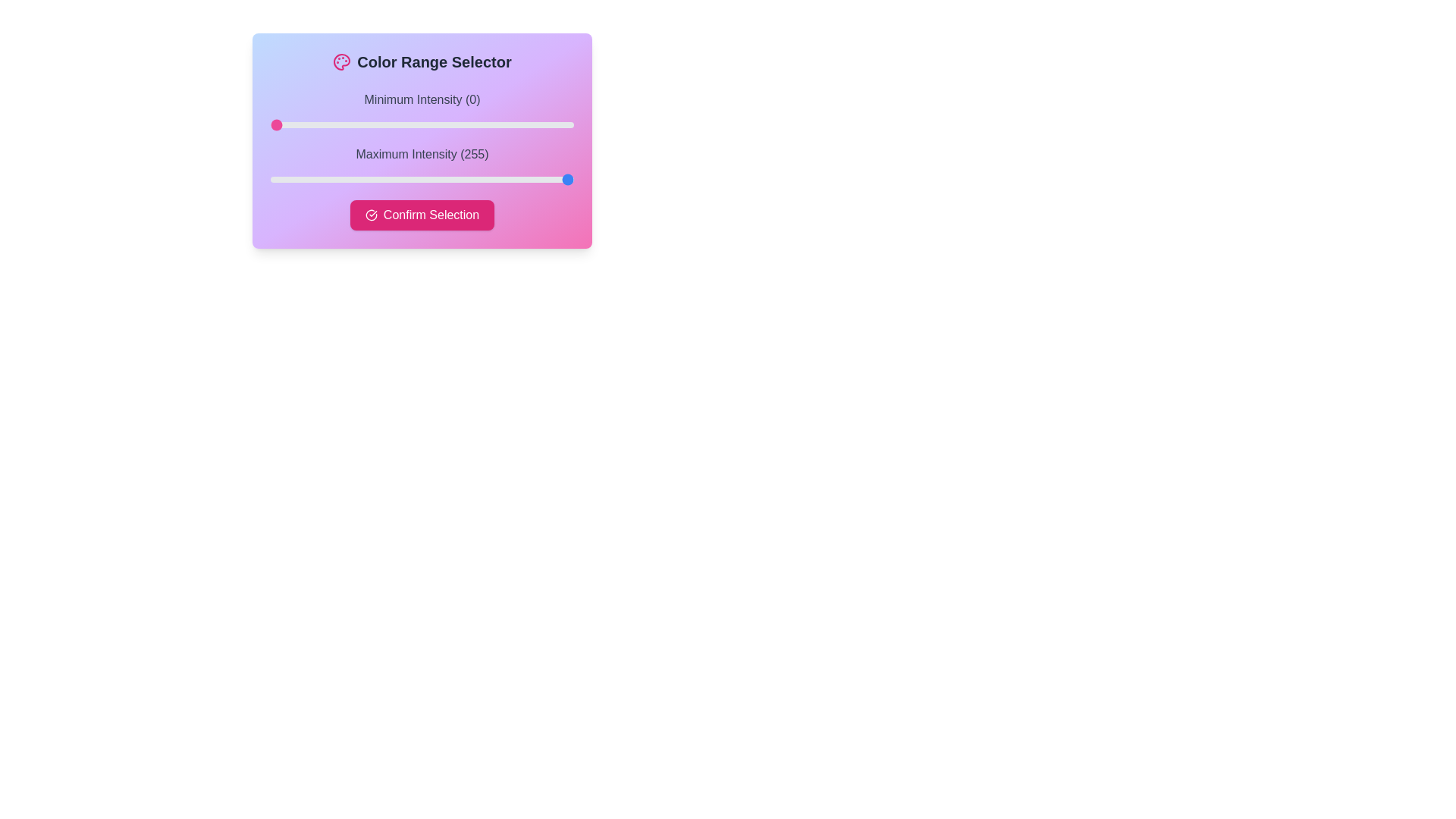 The width and height of the screenshot is (1456, 819). What do you see at coordinates (399, 124) in the screenshot?
I see `the minimum intensity slider to 108 value` at bounding box center [399, 124].